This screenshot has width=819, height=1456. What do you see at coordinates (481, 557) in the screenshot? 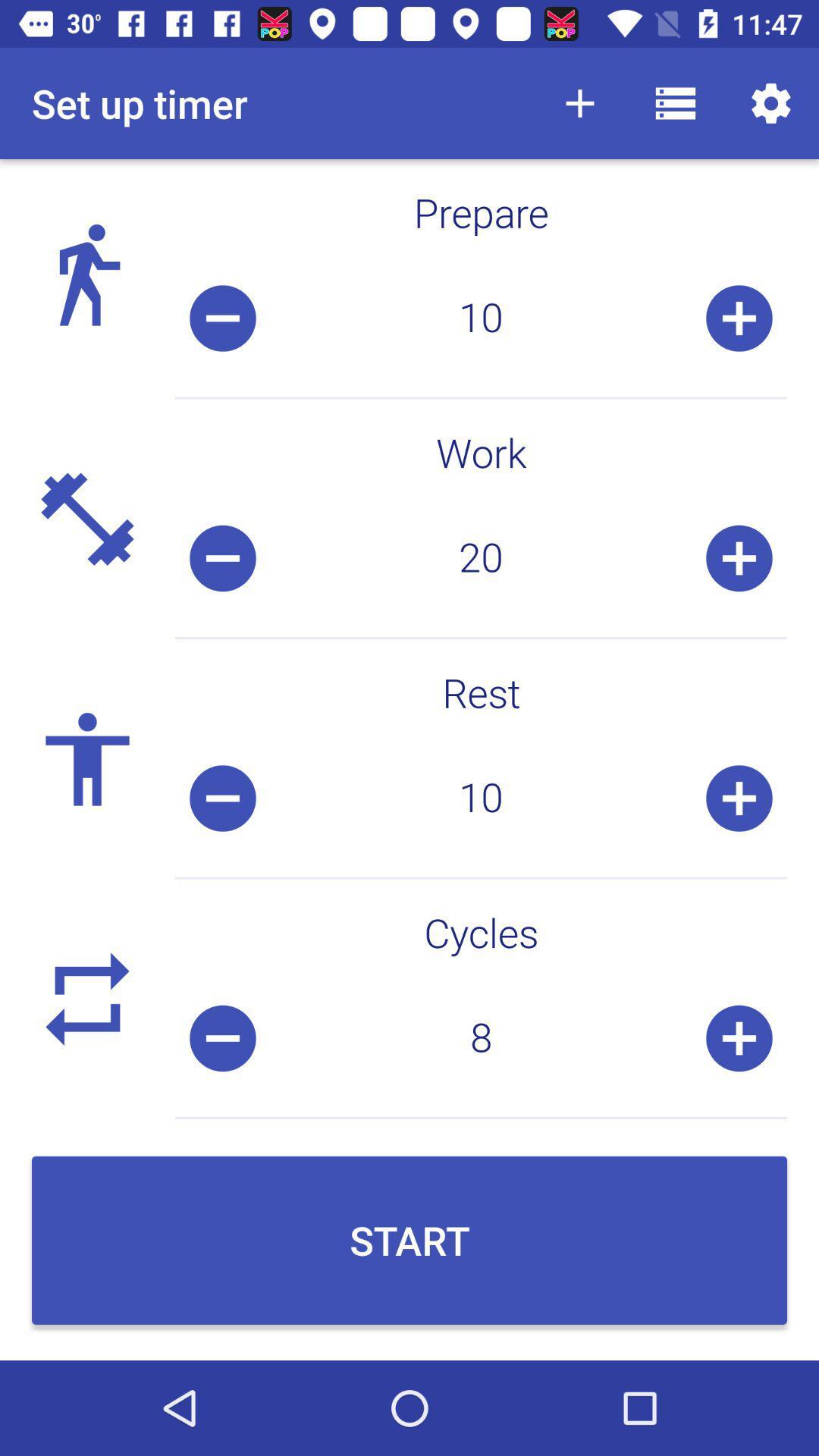
I see `20 icon` at bounding box center [481, 557].